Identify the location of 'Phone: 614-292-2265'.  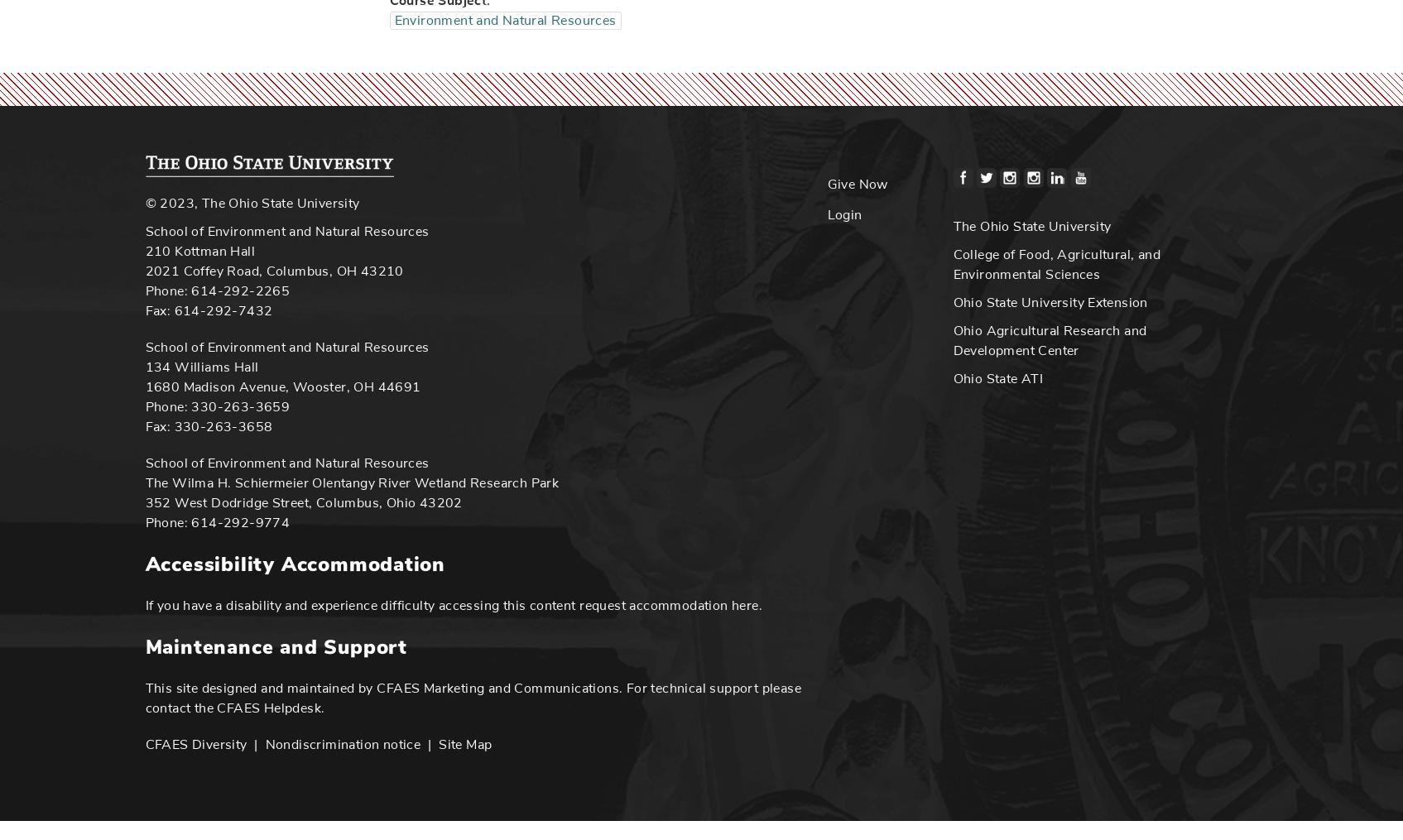
(217, 289).